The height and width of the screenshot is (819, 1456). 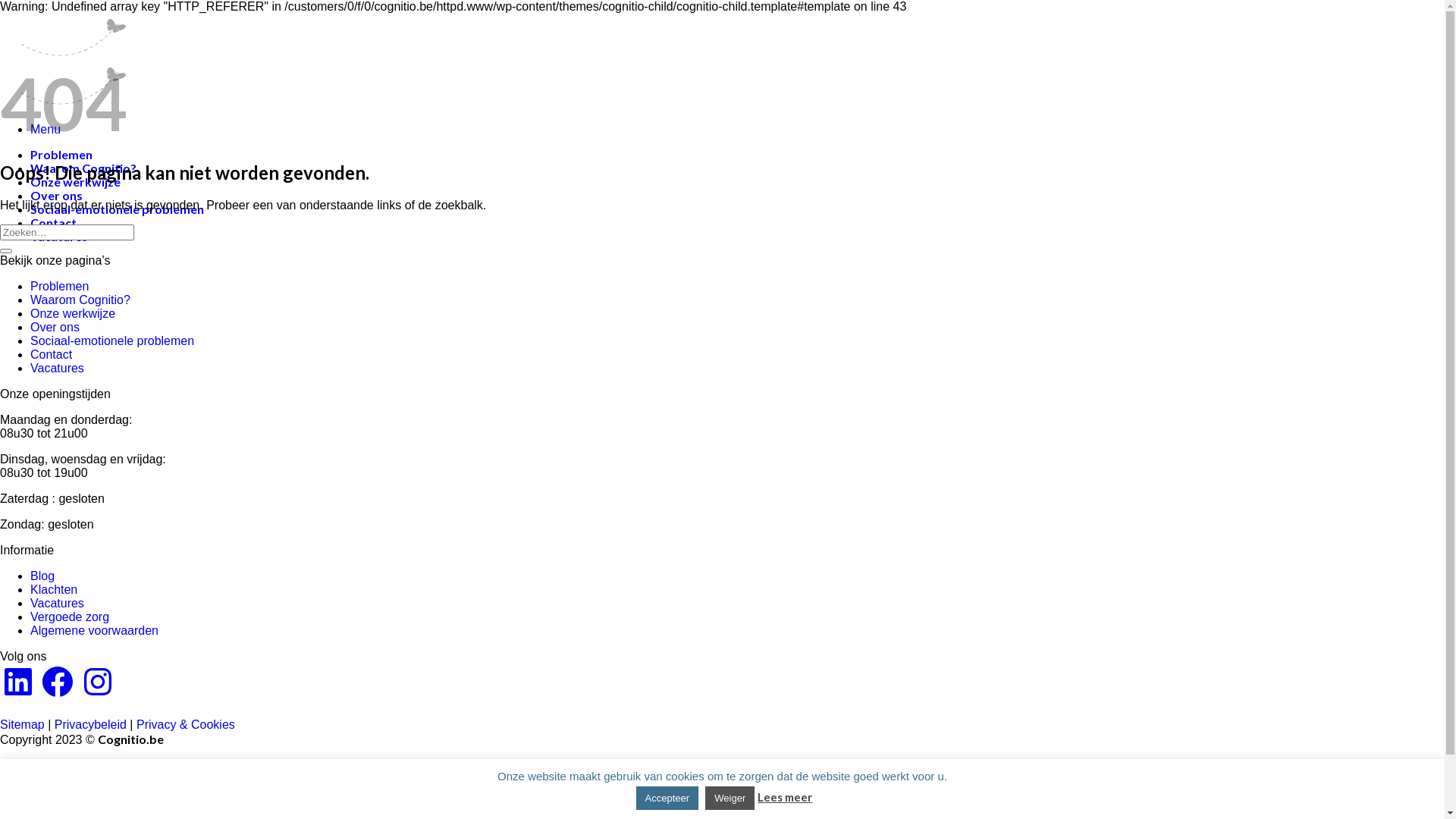 I want to click on 'Onze werkwijze', so click(x=74, y=180).